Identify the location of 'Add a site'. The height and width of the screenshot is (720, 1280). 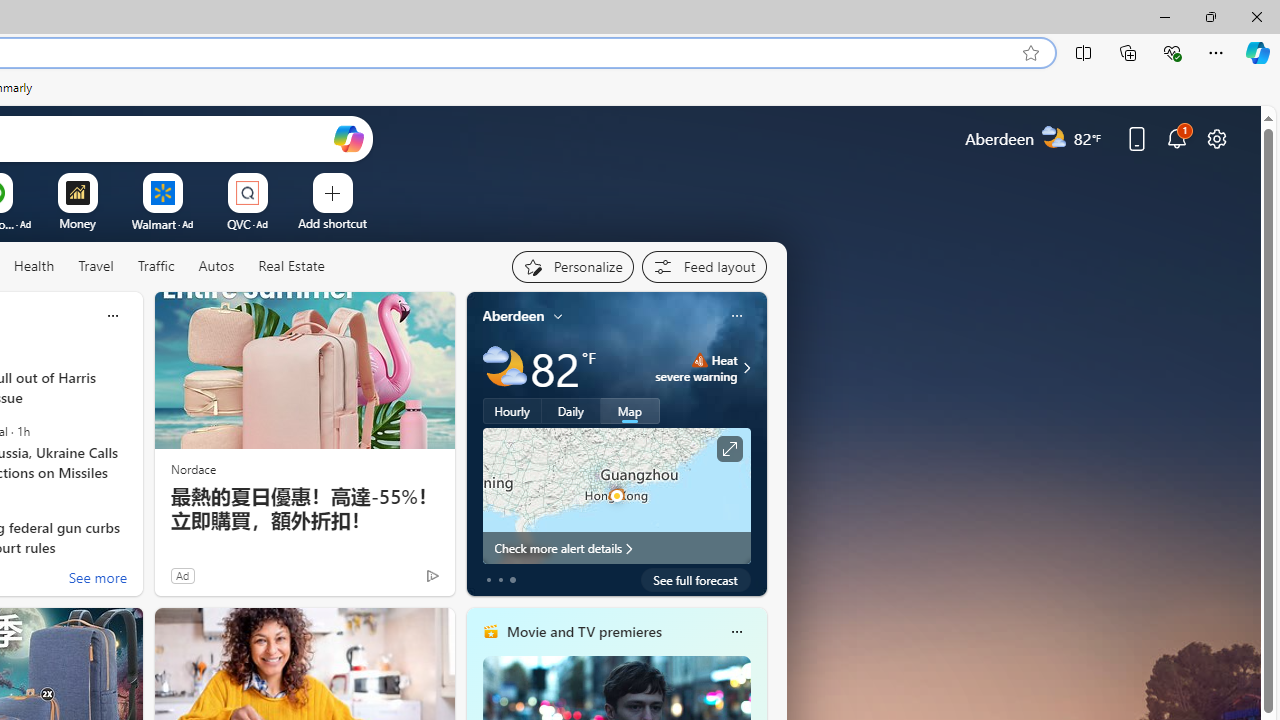
(332, 223).